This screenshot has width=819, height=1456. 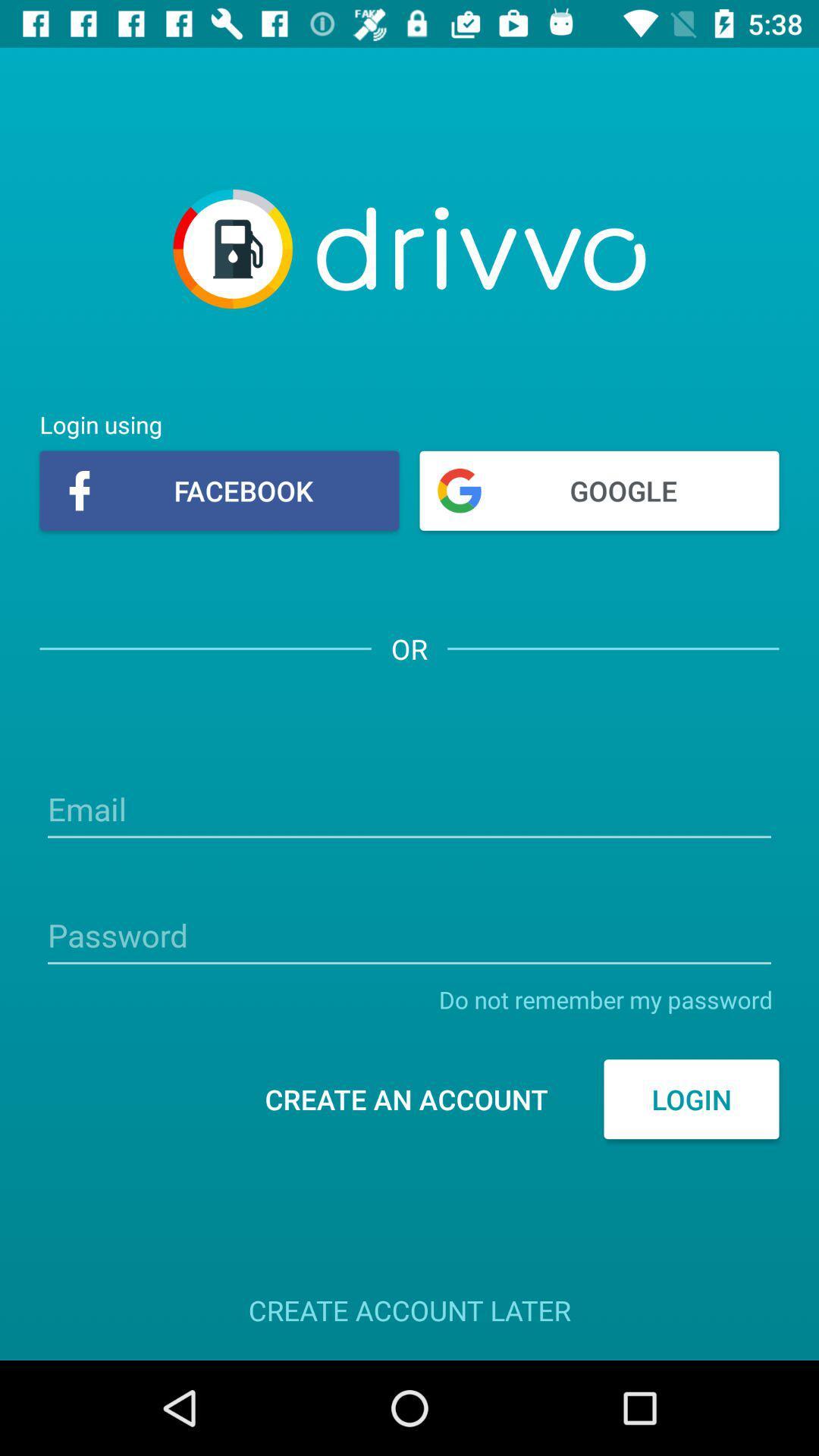 I want to click on password to login, so click(x=409, y=937).